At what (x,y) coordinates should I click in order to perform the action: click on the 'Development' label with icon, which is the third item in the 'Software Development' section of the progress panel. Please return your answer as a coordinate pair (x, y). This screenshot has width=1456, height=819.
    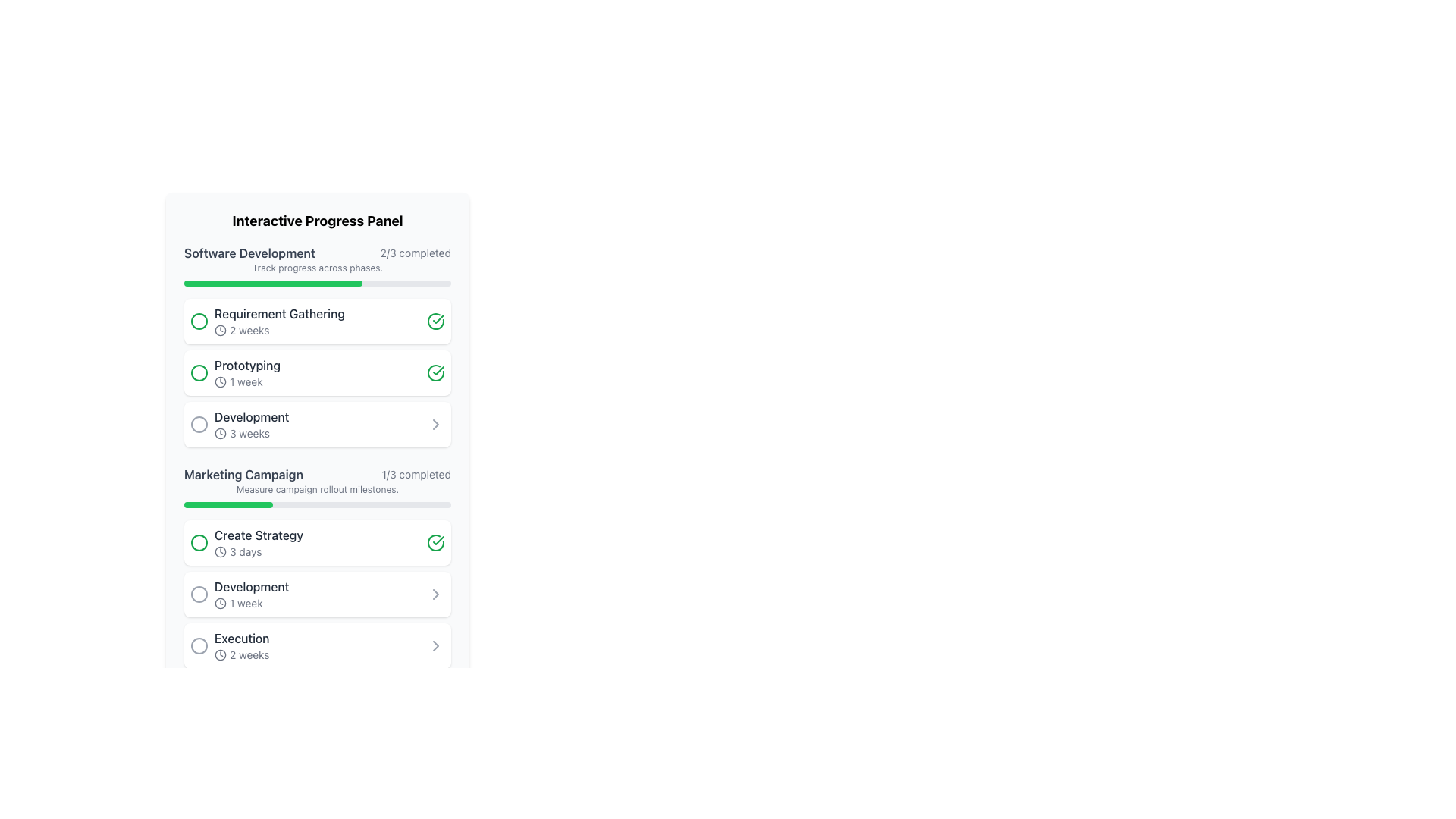
    Looking at the image, I should click on (239, 424).